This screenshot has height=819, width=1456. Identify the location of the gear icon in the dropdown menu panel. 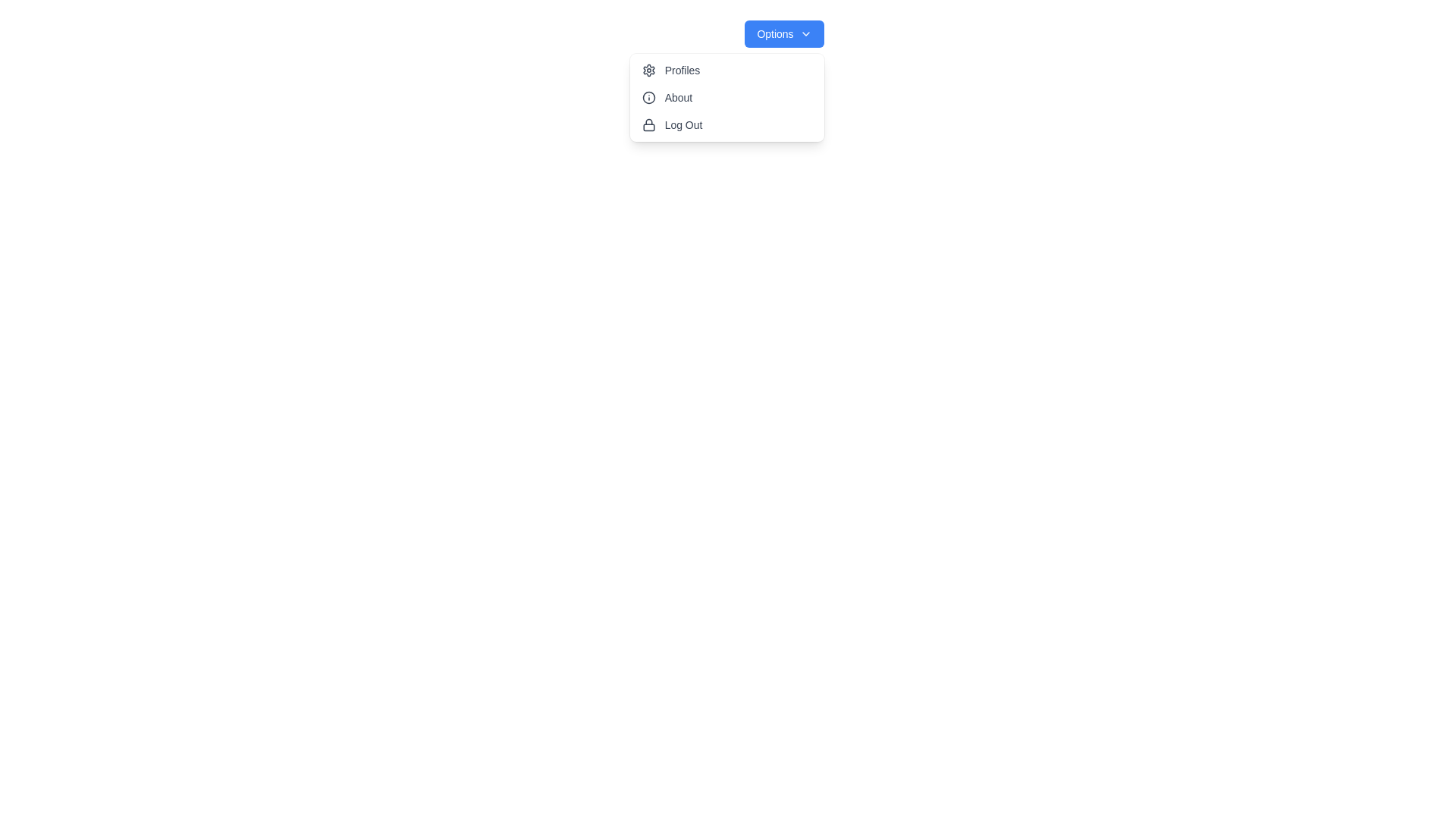
(648, 70).